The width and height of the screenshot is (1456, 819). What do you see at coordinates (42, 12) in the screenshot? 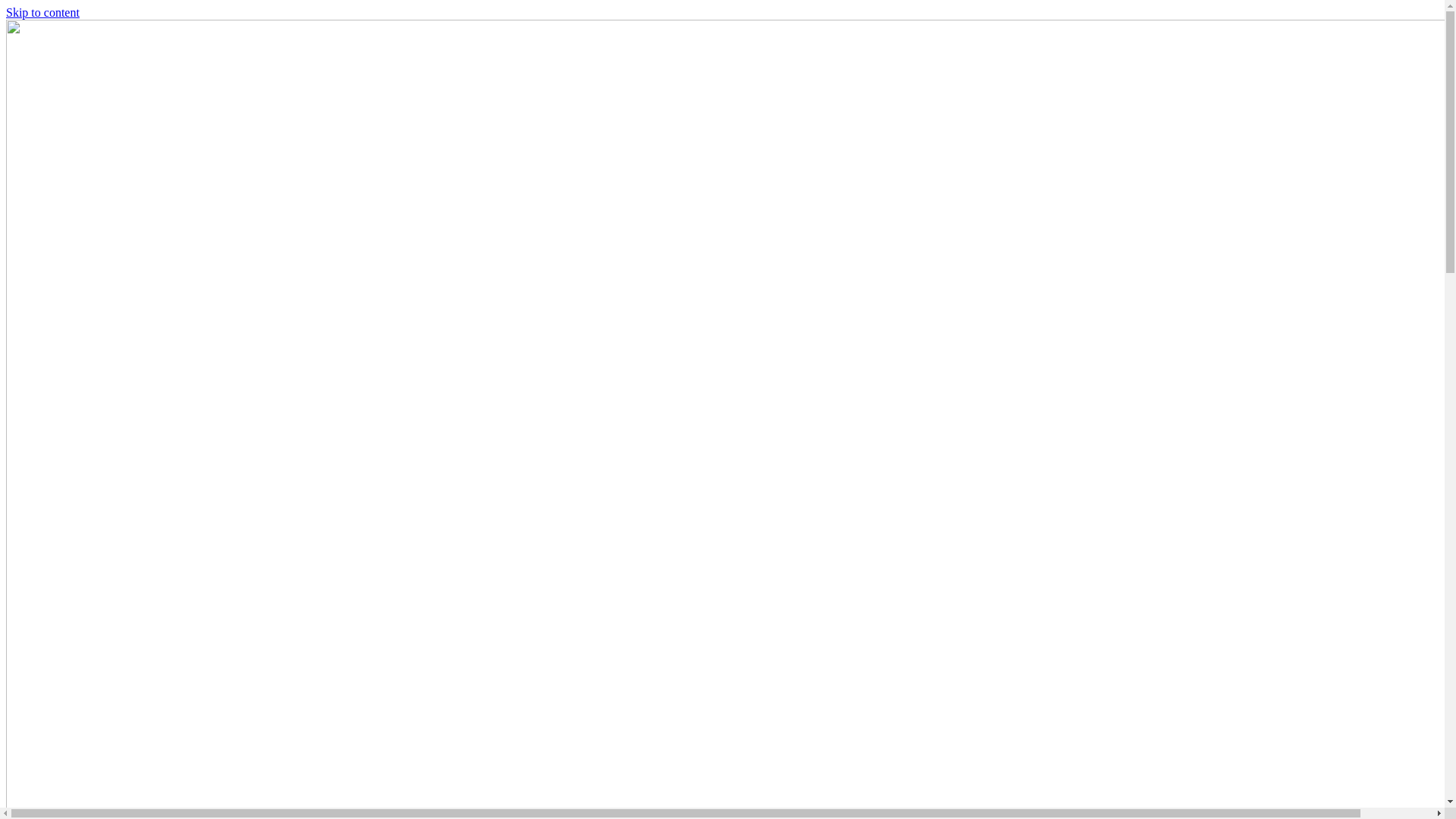
I see `'Skip to content'` at bounding box center [42, 12].